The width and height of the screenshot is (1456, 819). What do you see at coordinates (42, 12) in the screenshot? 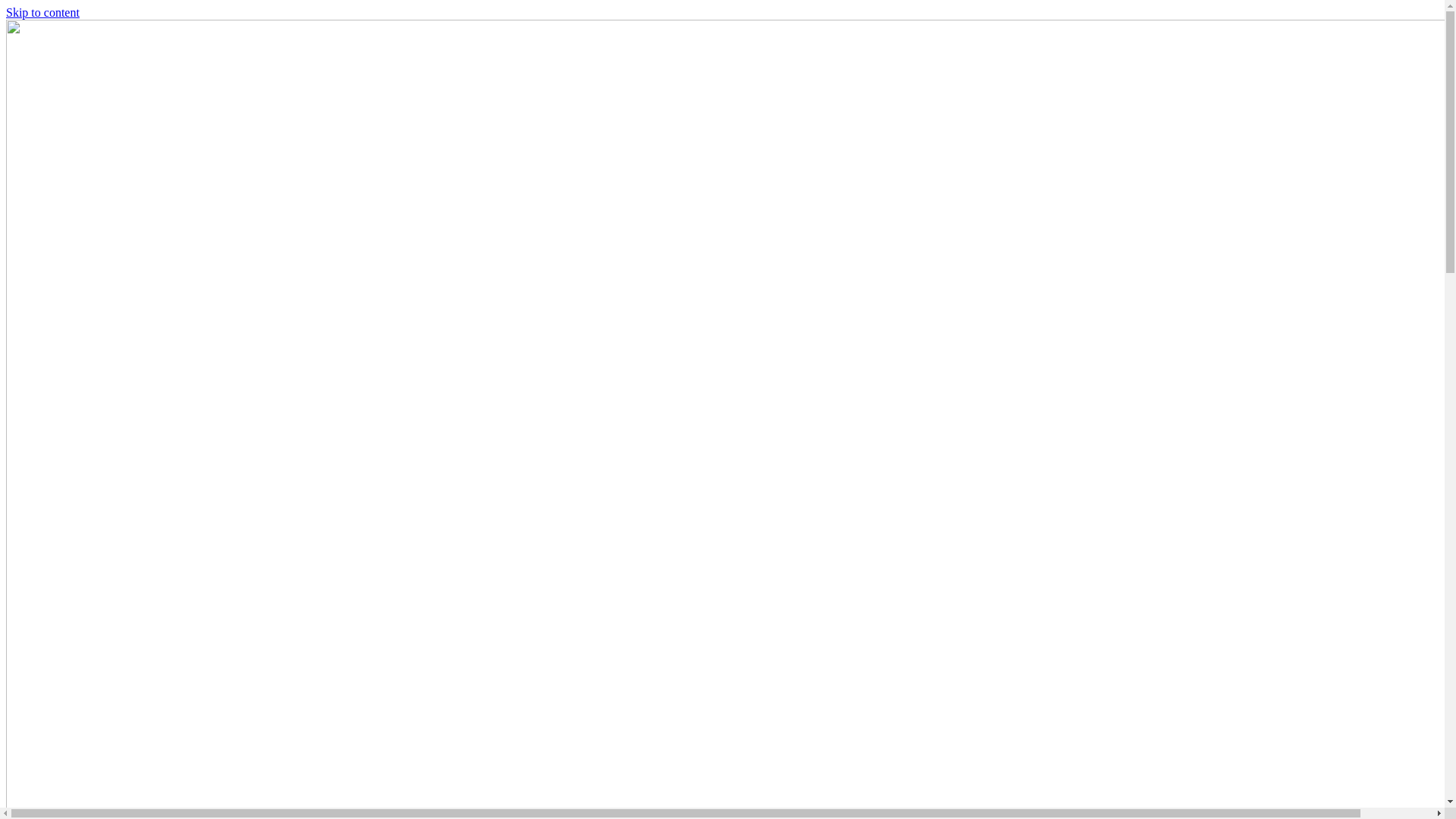
I see `'Skip to content'` at bounding box center [42, 12].